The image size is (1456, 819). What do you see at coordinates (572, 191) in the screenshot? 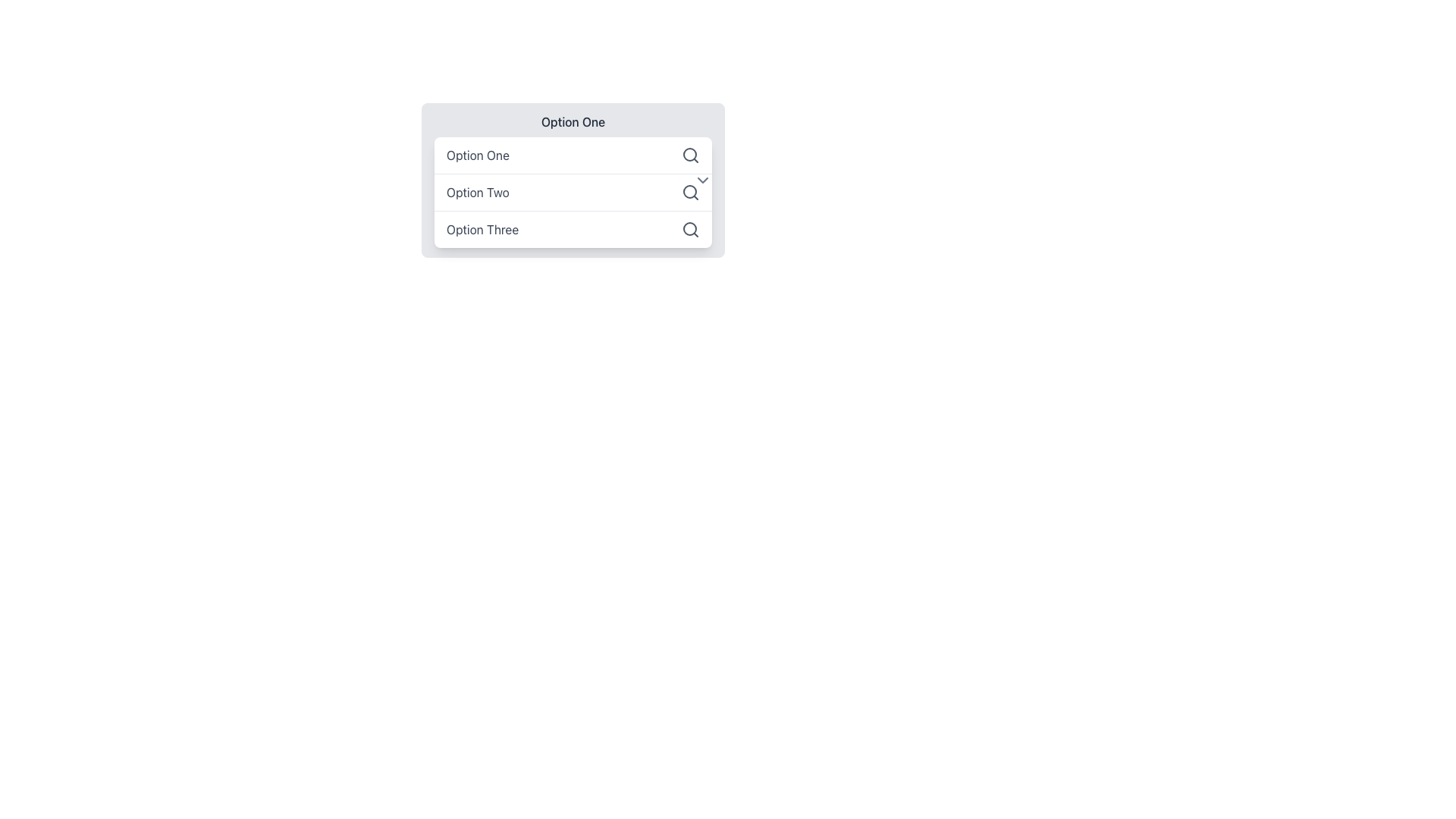
I see `the second item in the dropdown list labeled 'Option Two'` at bounding box center [572, 191].